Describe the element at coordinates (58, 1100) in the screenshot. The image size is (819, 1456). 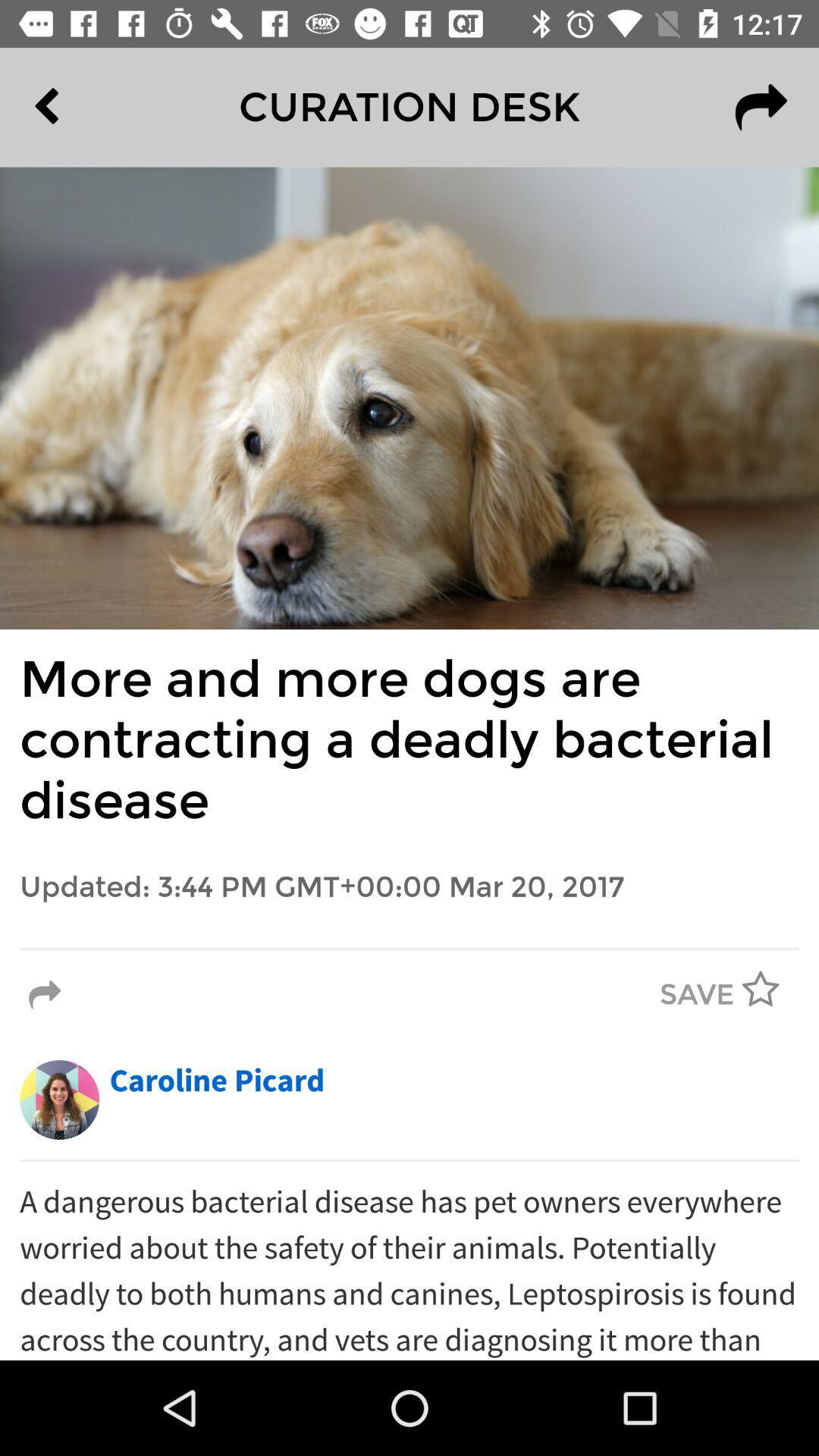
I see `the item next to the caroline picard` at that location.